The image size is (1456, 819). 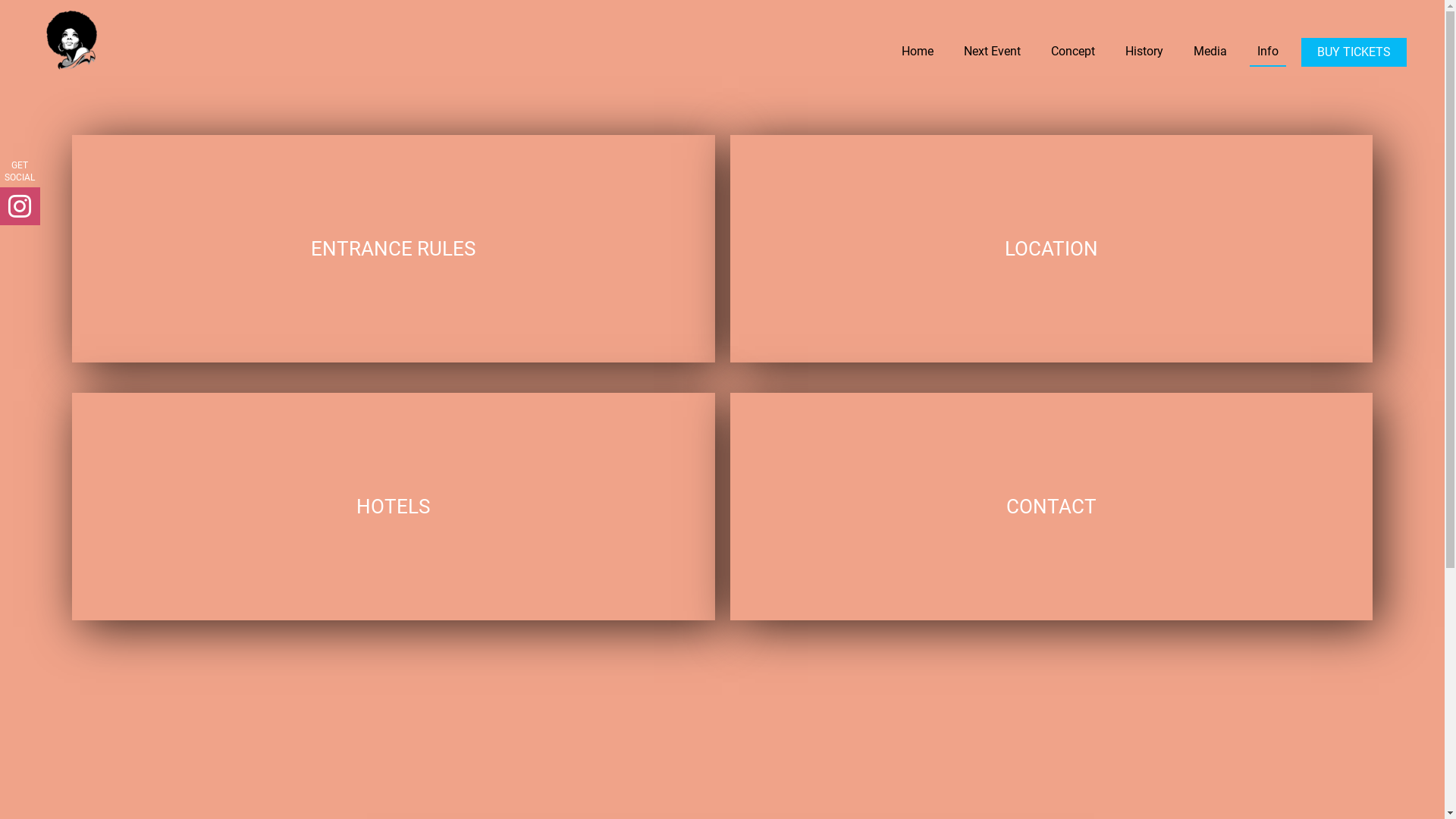 I want to click on 'HOTELS', so click(x=393, y=506).